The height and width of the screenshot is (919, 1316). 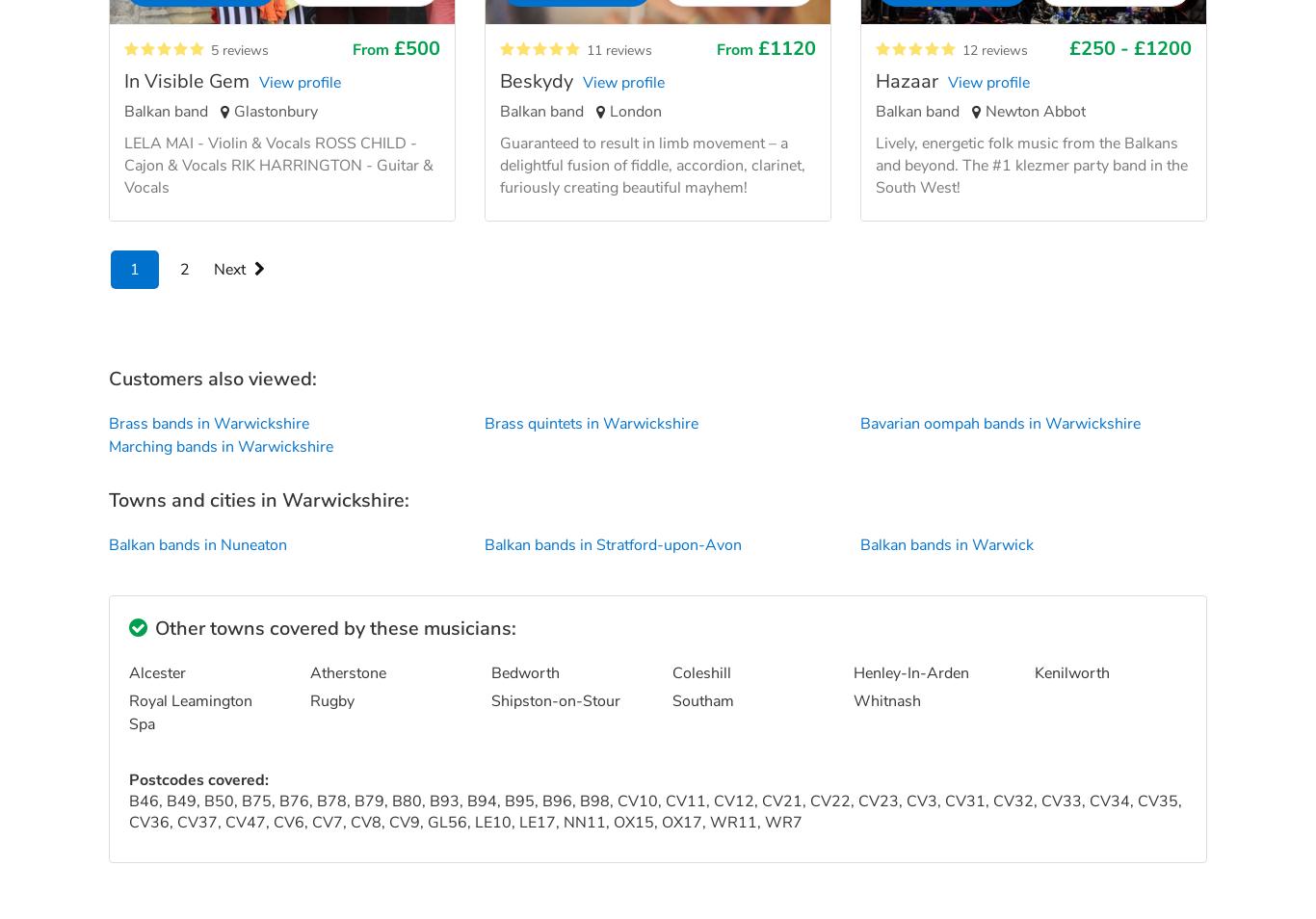 I want to click on 'LELA MAI - Violin & Vocals      ROSS CHILD -  Cajon & Vocals     RIK HARRINGTON  -  Guitar & Vocals', so click(x=278, y=163).